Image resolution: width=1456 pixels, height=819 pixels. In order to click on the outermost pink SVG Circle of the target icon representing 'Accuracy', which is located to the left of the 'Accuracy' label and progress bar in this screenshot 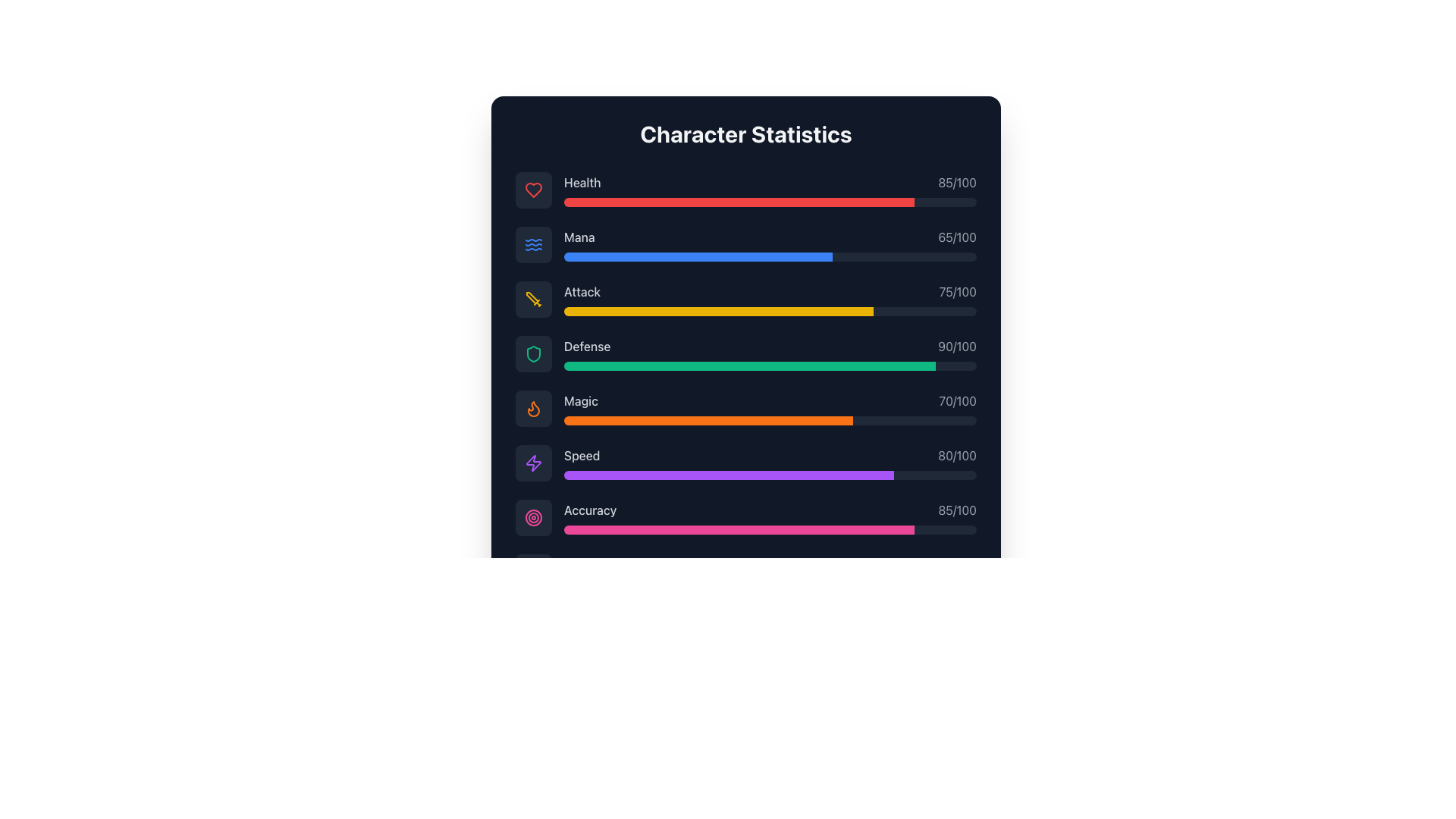, I will do `click(534, 516)`.